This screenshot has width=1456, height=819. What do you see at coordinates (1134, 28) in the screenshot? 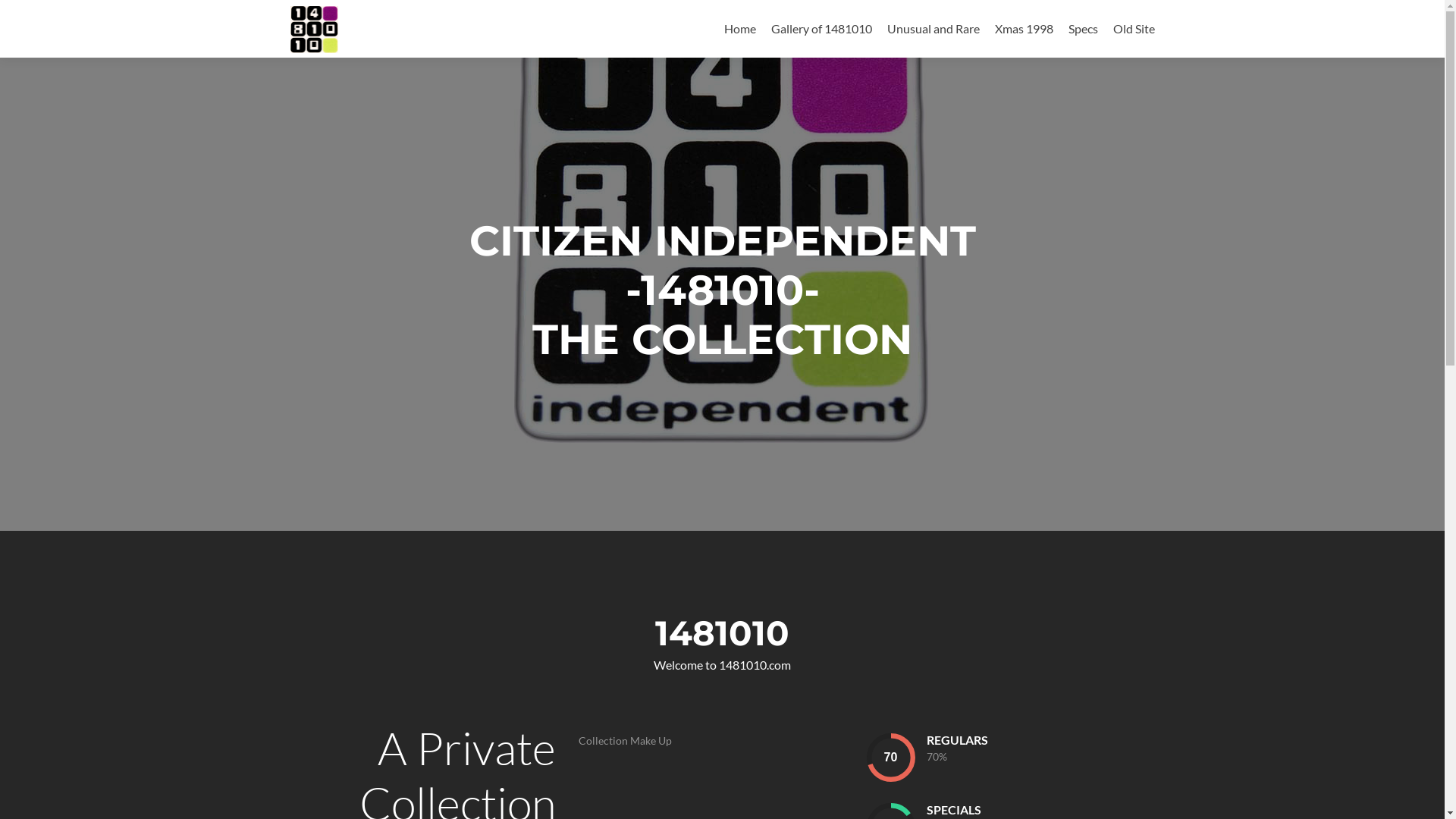
I see `'Old Site'` at bounding box center [1134, 28].